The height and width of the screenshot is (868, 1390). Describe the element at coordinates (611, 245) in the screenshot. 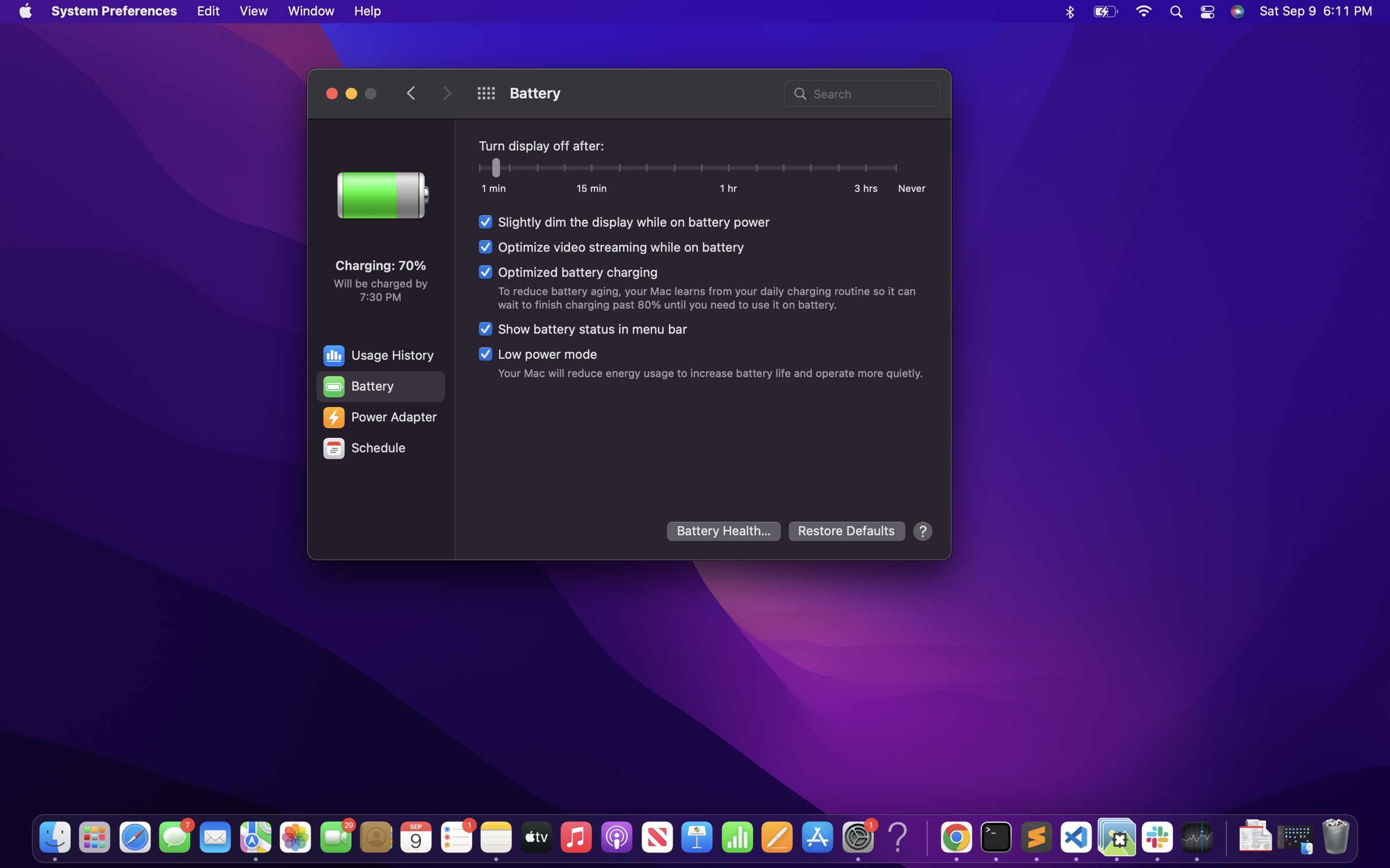

I see `Optimize video streaming while on battery` at that location.